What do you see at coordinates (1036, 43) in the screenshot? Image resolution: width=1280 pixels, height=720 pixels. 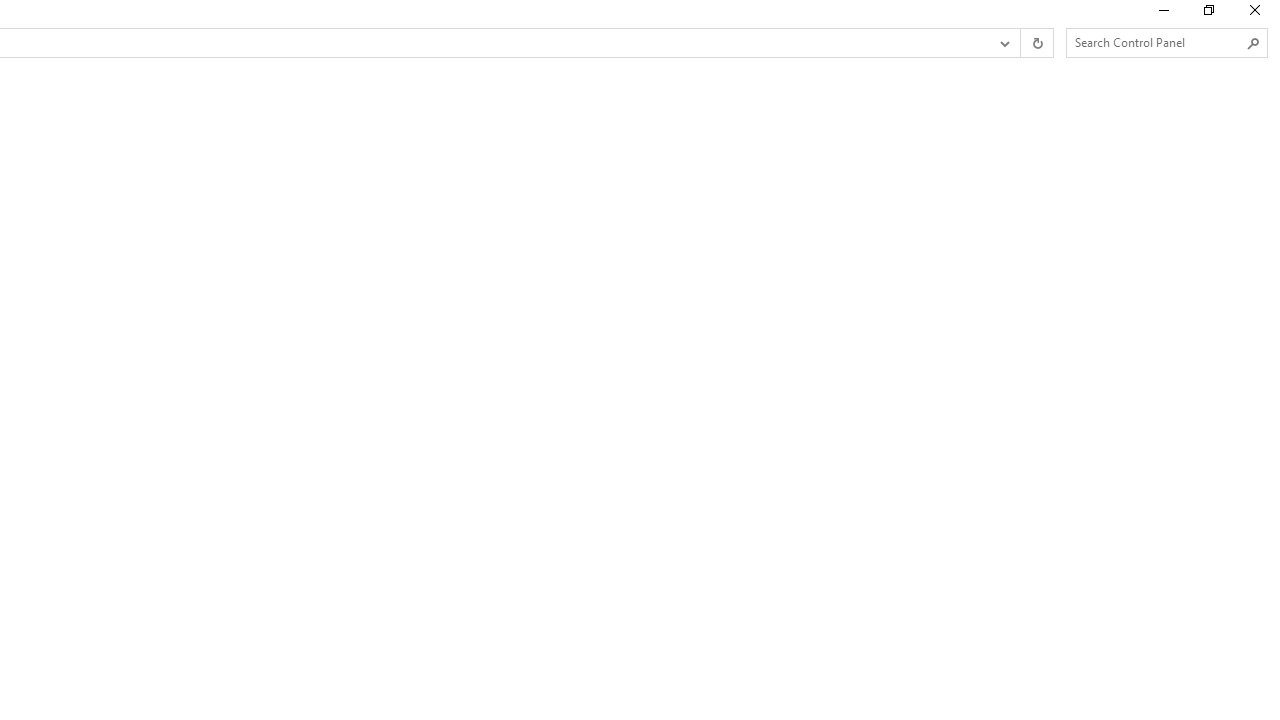 I see `'Refresh "Hardware and Sound" (F5)'` at bounding box center [1036, 43].